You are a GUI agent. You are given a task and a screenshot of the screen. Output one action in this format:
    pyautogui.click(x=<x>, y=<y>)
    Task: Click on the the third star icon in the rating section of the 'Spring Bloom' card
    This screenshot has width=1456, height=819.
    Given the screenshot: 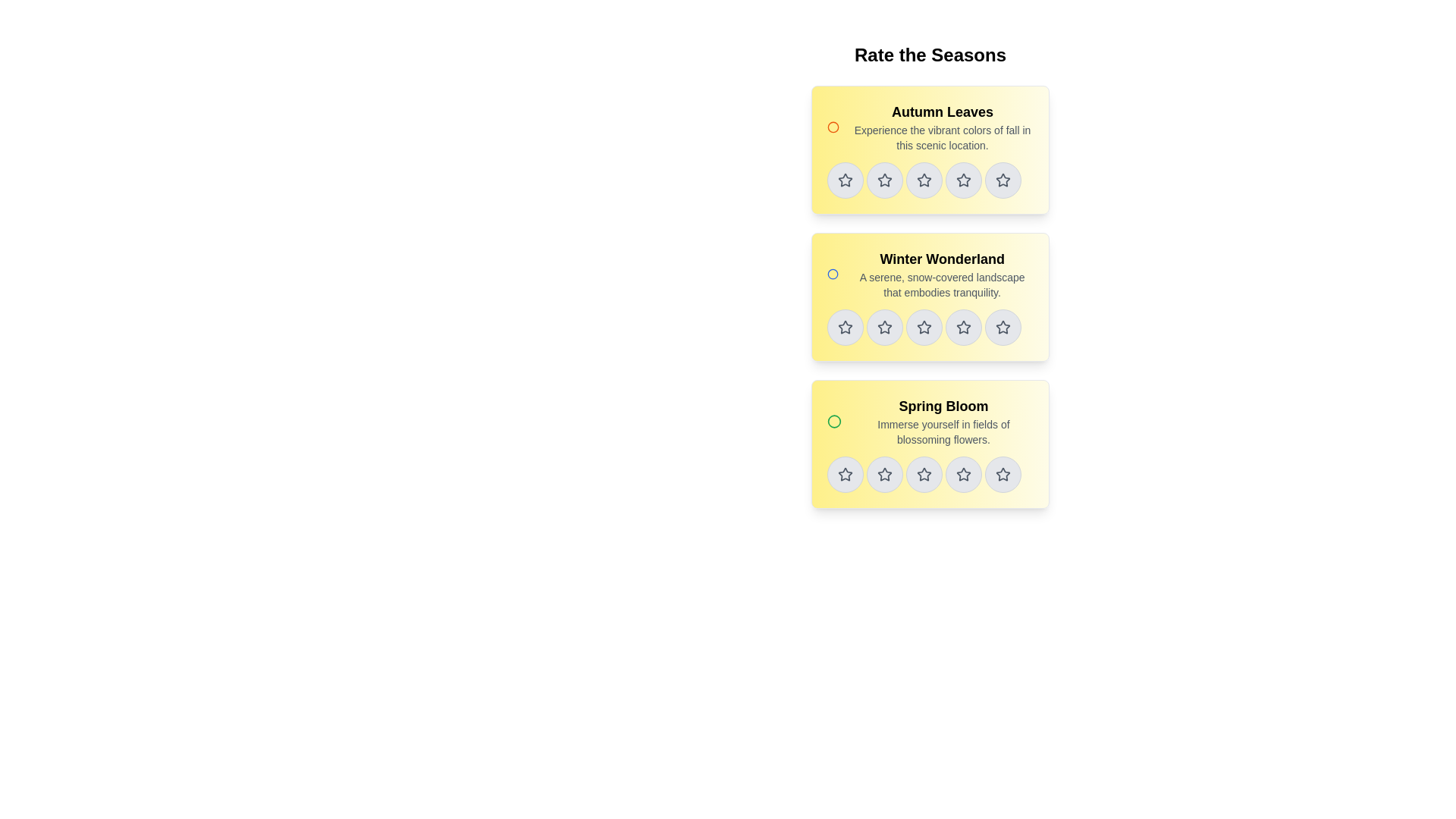 What is the action you would take?
    pyautogui.click(x=924, y=473)
    